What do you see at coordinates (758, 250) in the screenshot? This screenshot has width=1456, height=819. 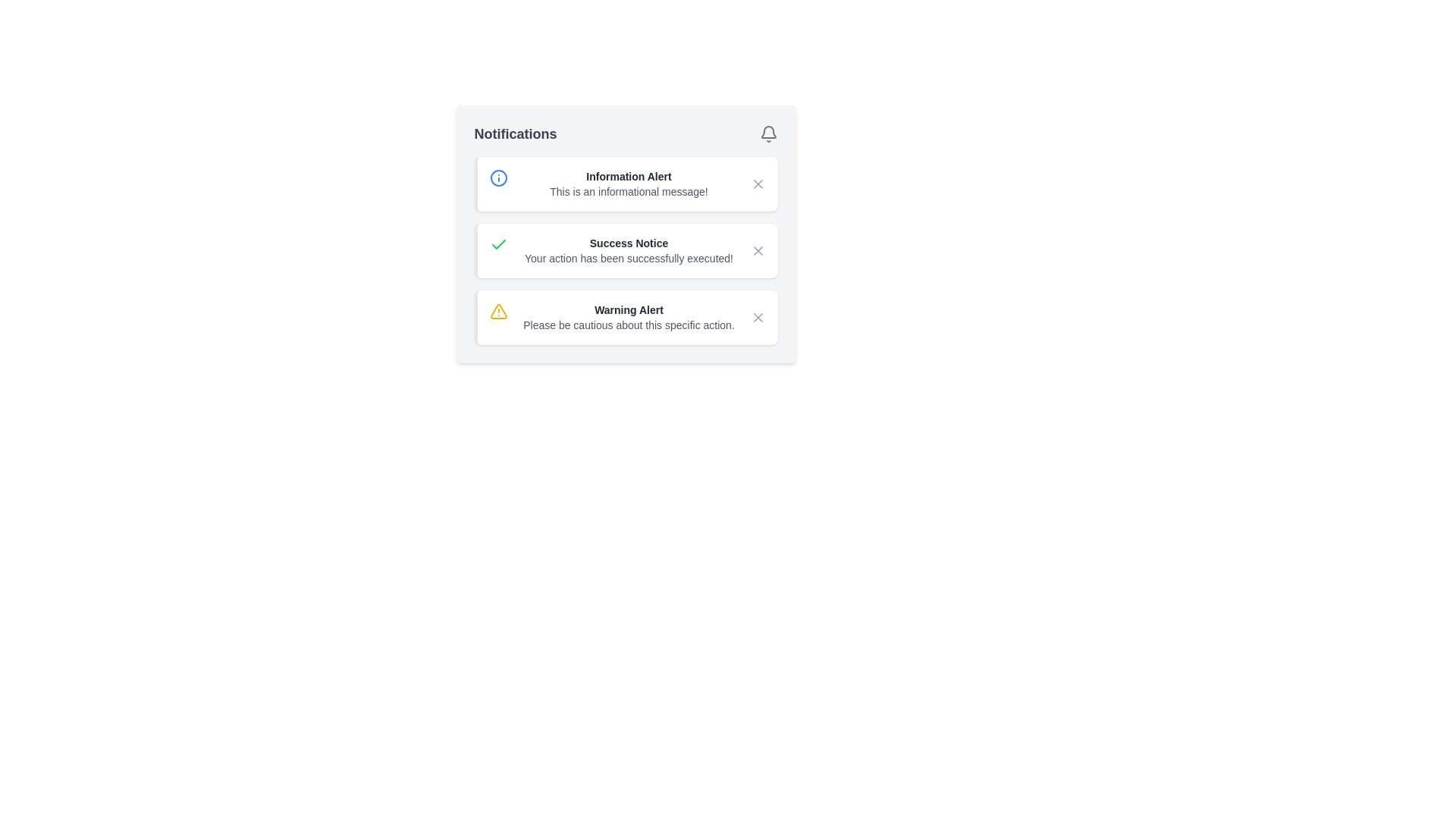 I see `the 'X' button located to the right of the 'Success Notice' notification` at bounding box center [758, 250].